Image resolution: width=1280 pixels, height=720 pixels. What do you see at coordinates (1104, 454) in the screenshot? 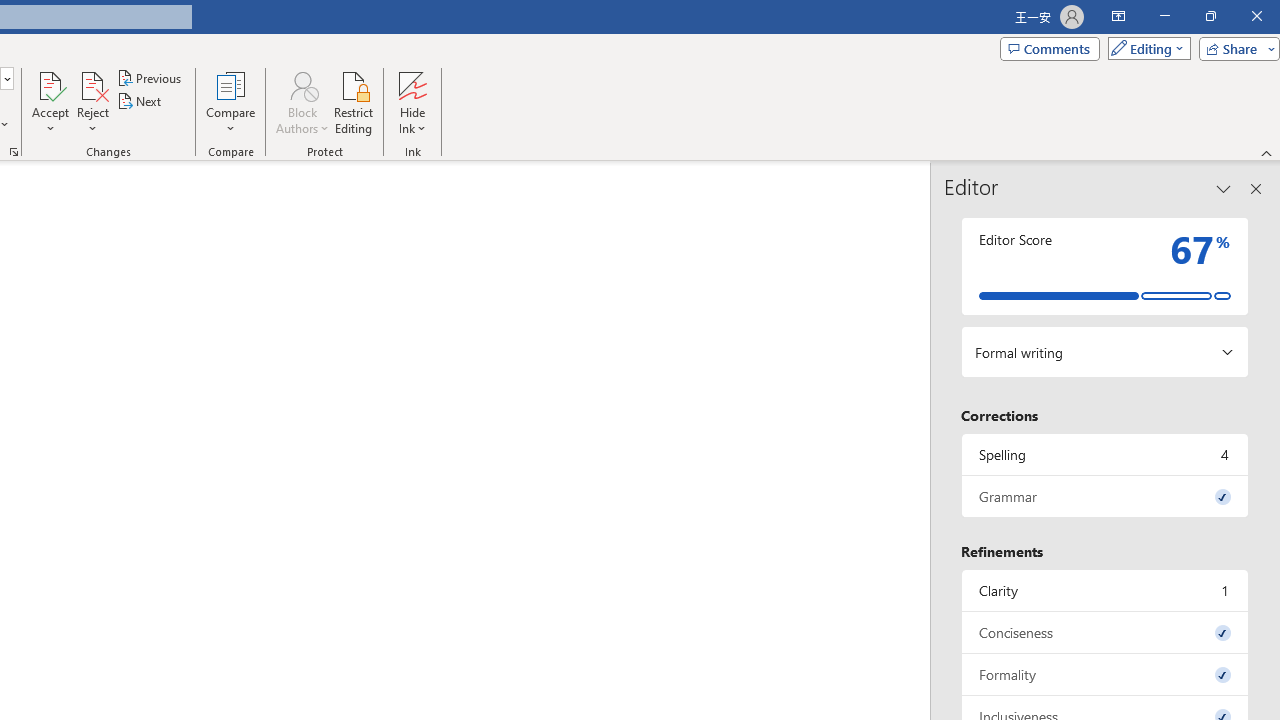
I see `'Spelling, 4 issues. Press space or enter to review items.'` at bounding box center [1104, 454].